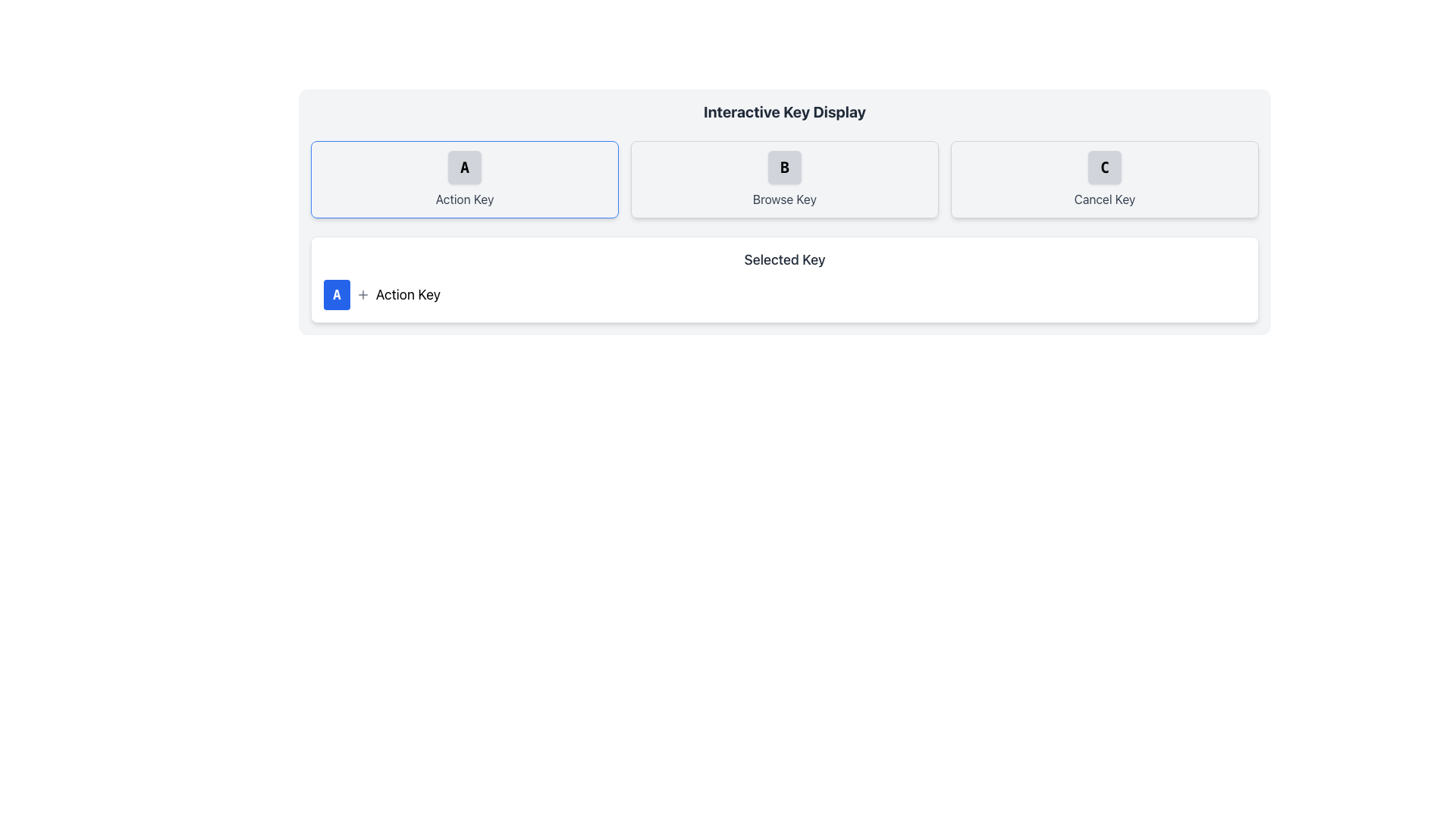 This screenshot has width=1456, height=819. I want to click on the text label that describes the purpose of the 'C' key, which is positioned below the 'C' text in the rightmost card of a row of three cards, so click(1105, 198).